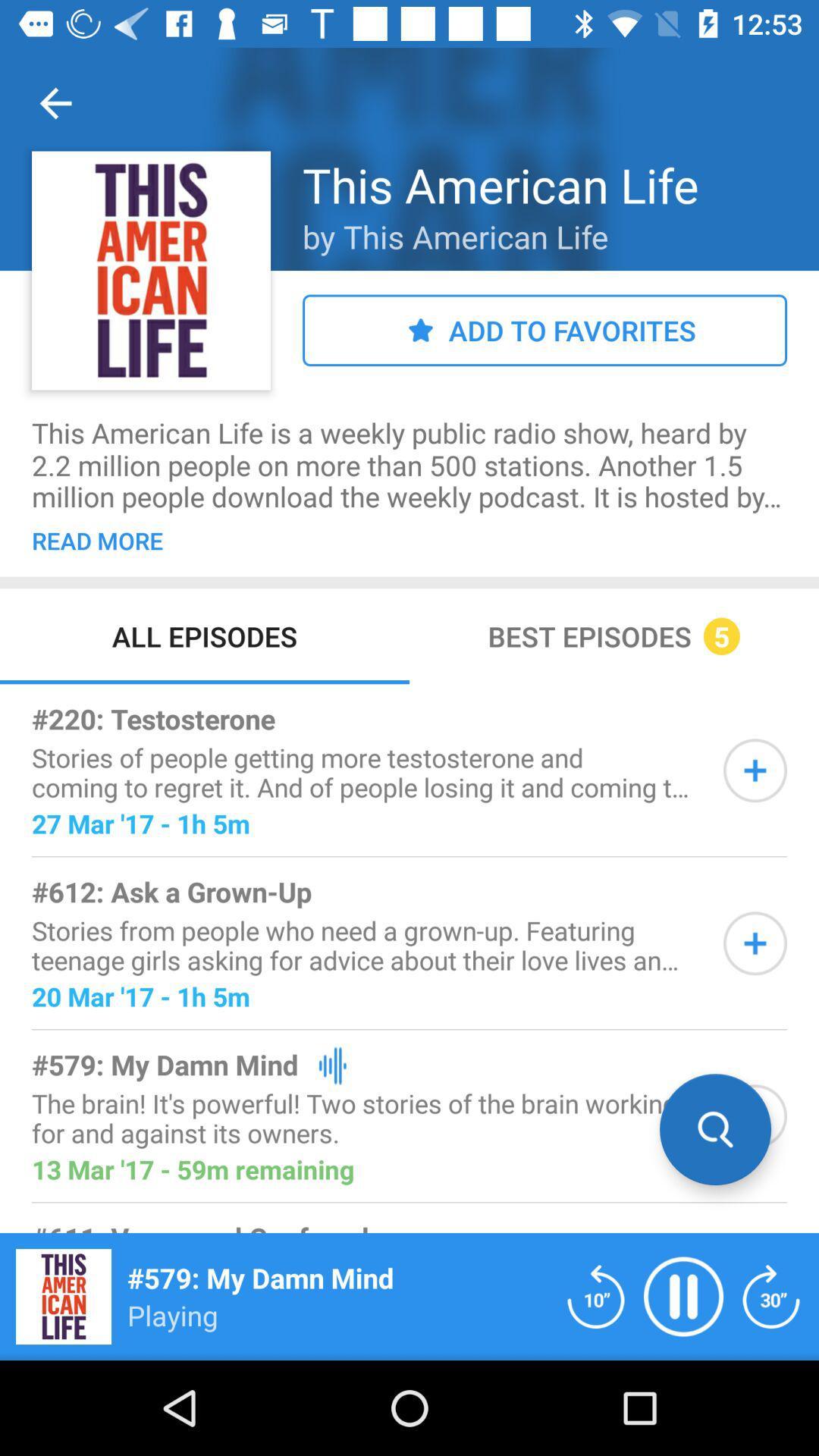 This screenshot has height=1456, width=819. What do you see at coordinates (715, 1129) in the screenshot?
I see `the search icon` at bounding box center [715, 1129].